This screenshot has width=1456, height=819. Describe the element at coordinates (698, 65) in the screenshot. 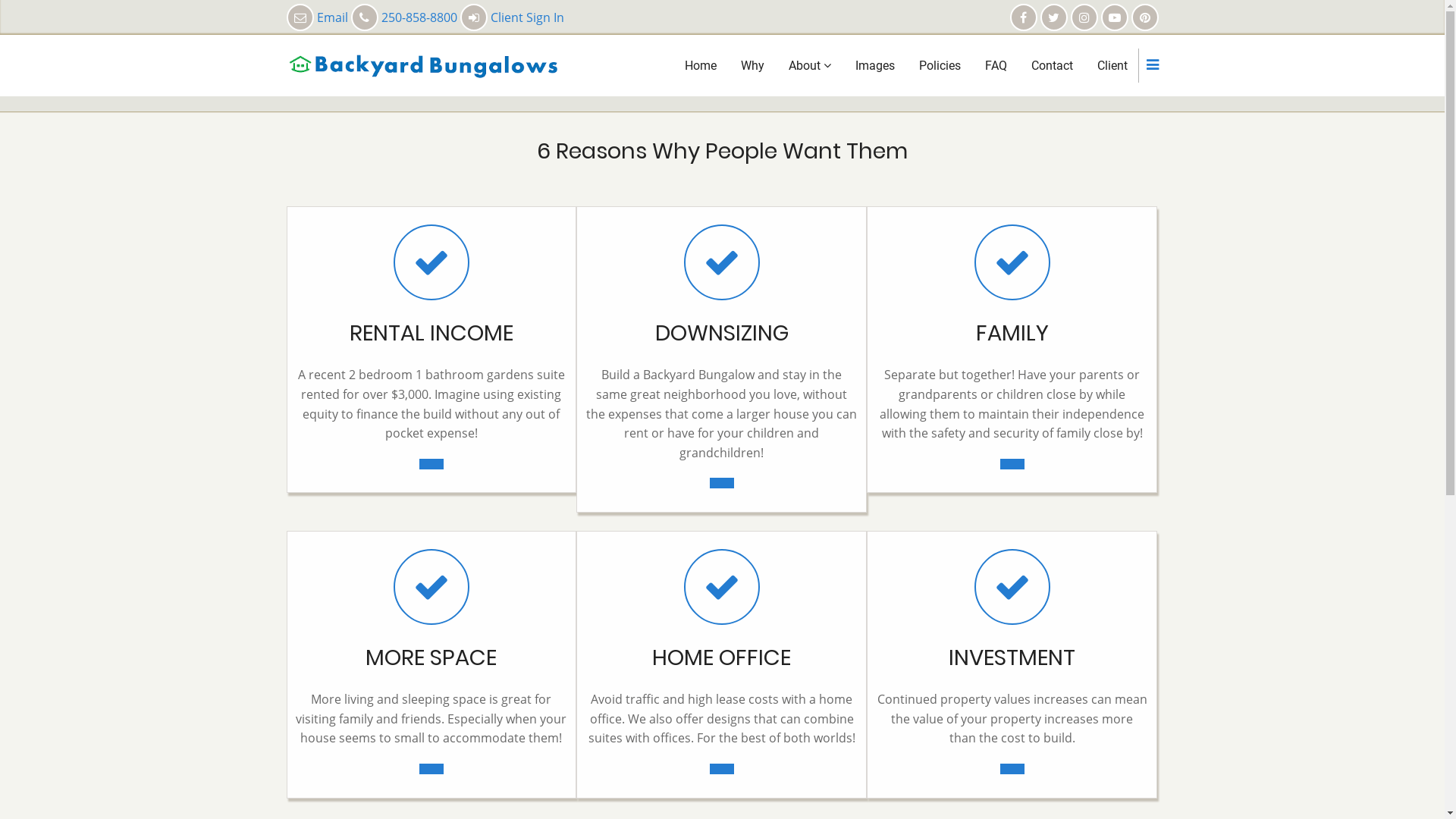

I see `'Home'` at that location.